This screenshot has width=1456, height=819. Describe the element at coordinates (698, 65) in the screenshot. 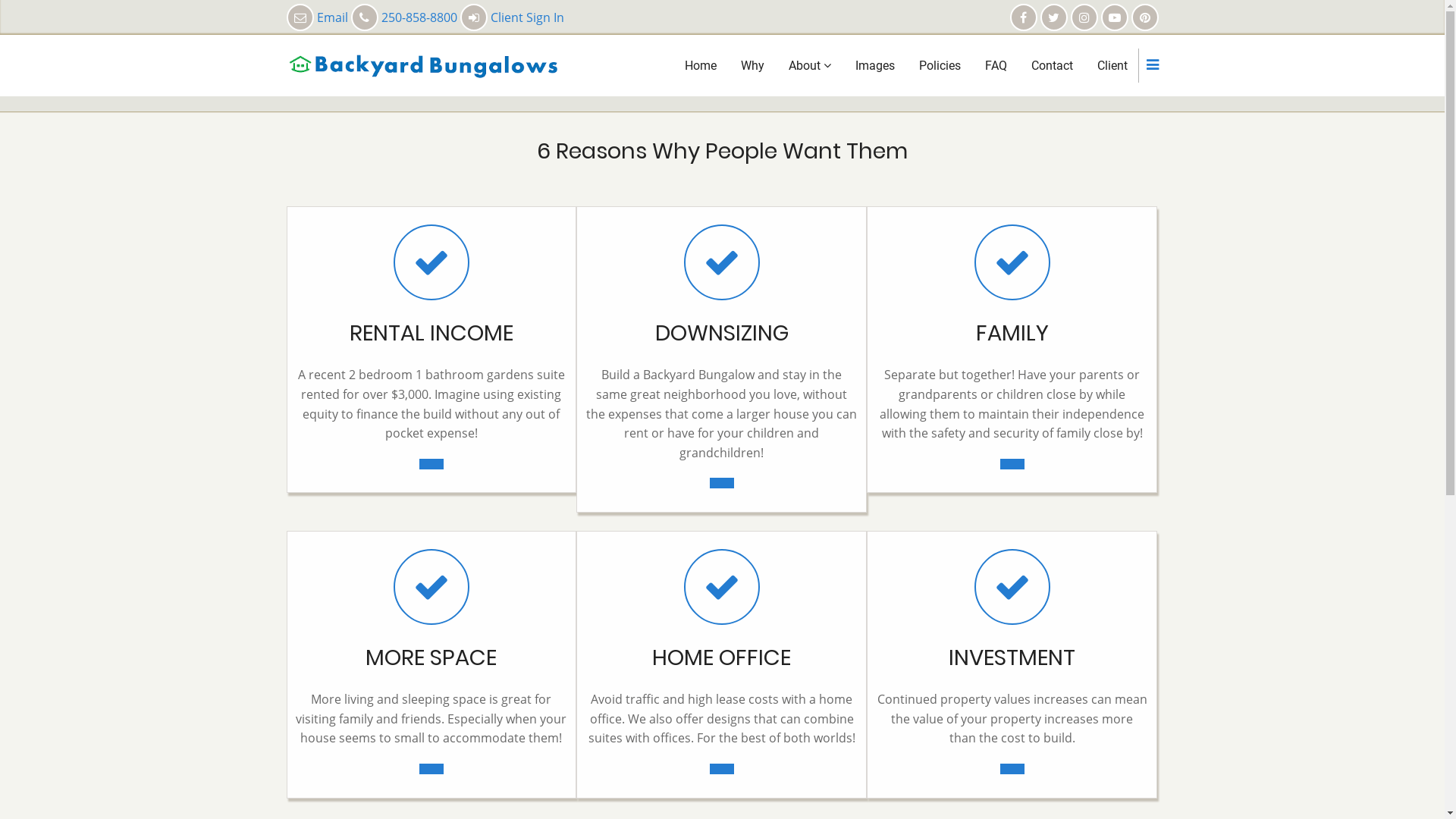

I see `'Home'` at that location.